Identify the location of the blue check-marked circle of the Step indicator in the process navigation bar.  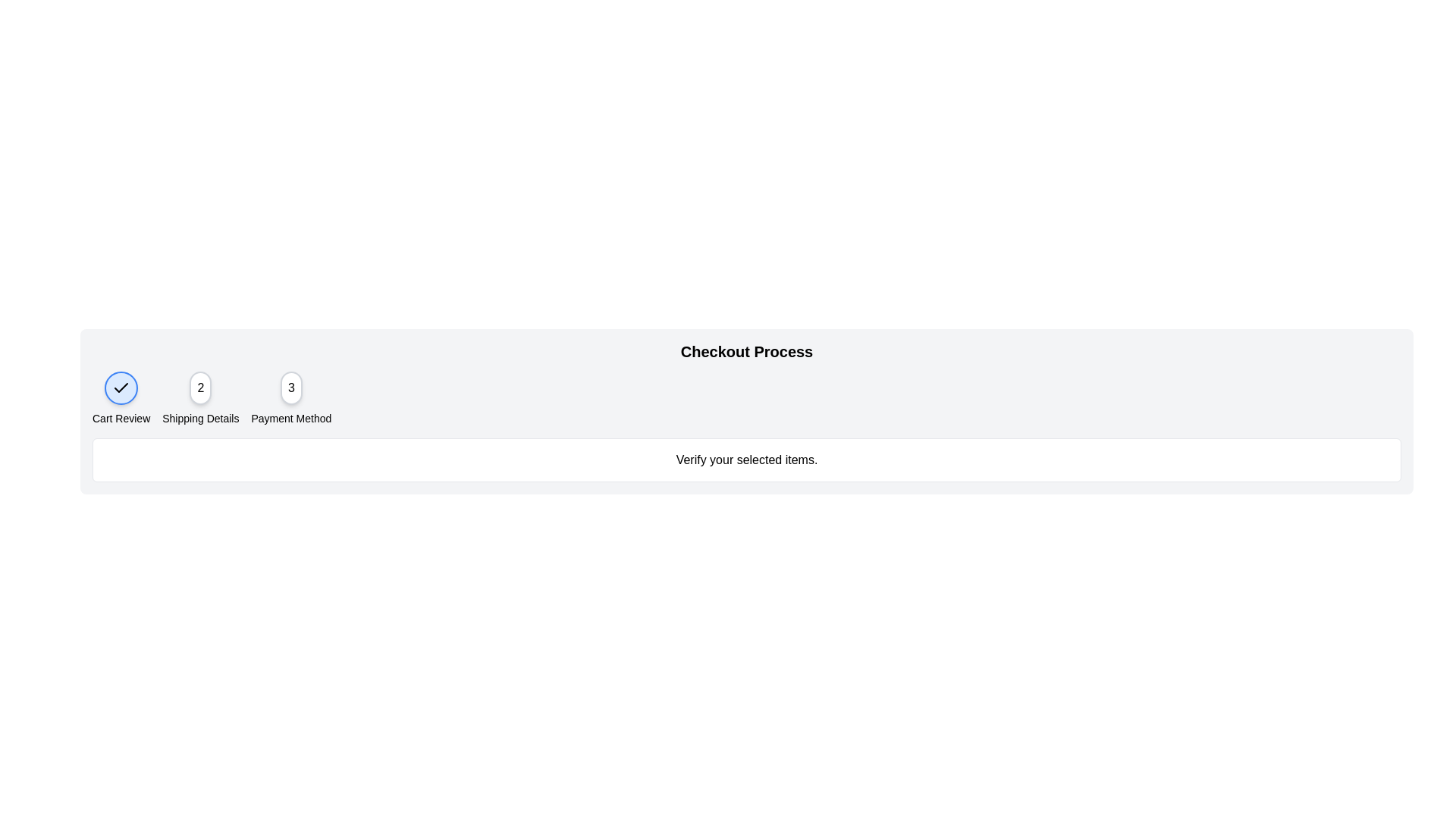
(121, 397).